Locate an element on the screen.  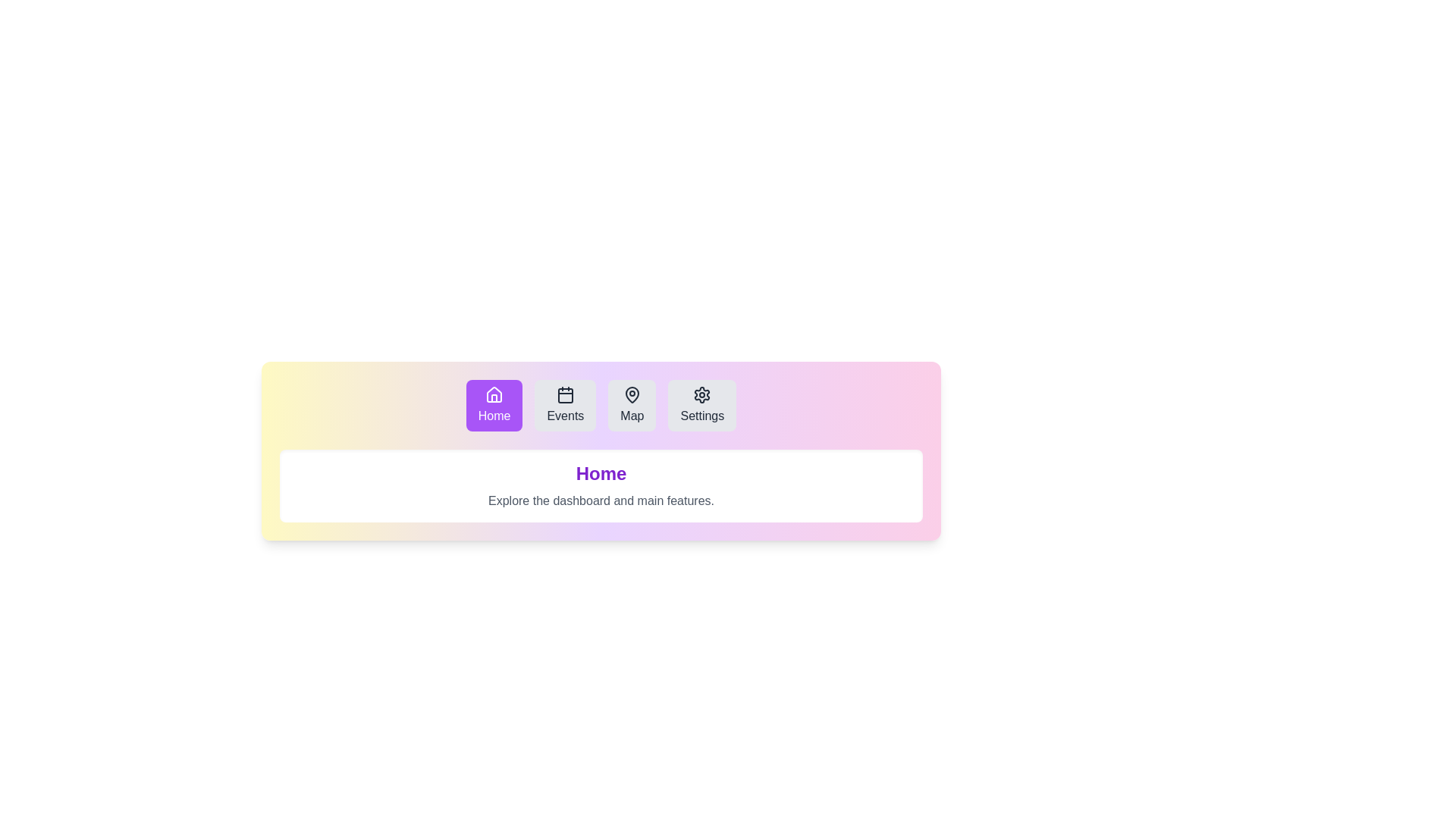
the Home tab to observe its hover effect is located at coordinates (494, 405).